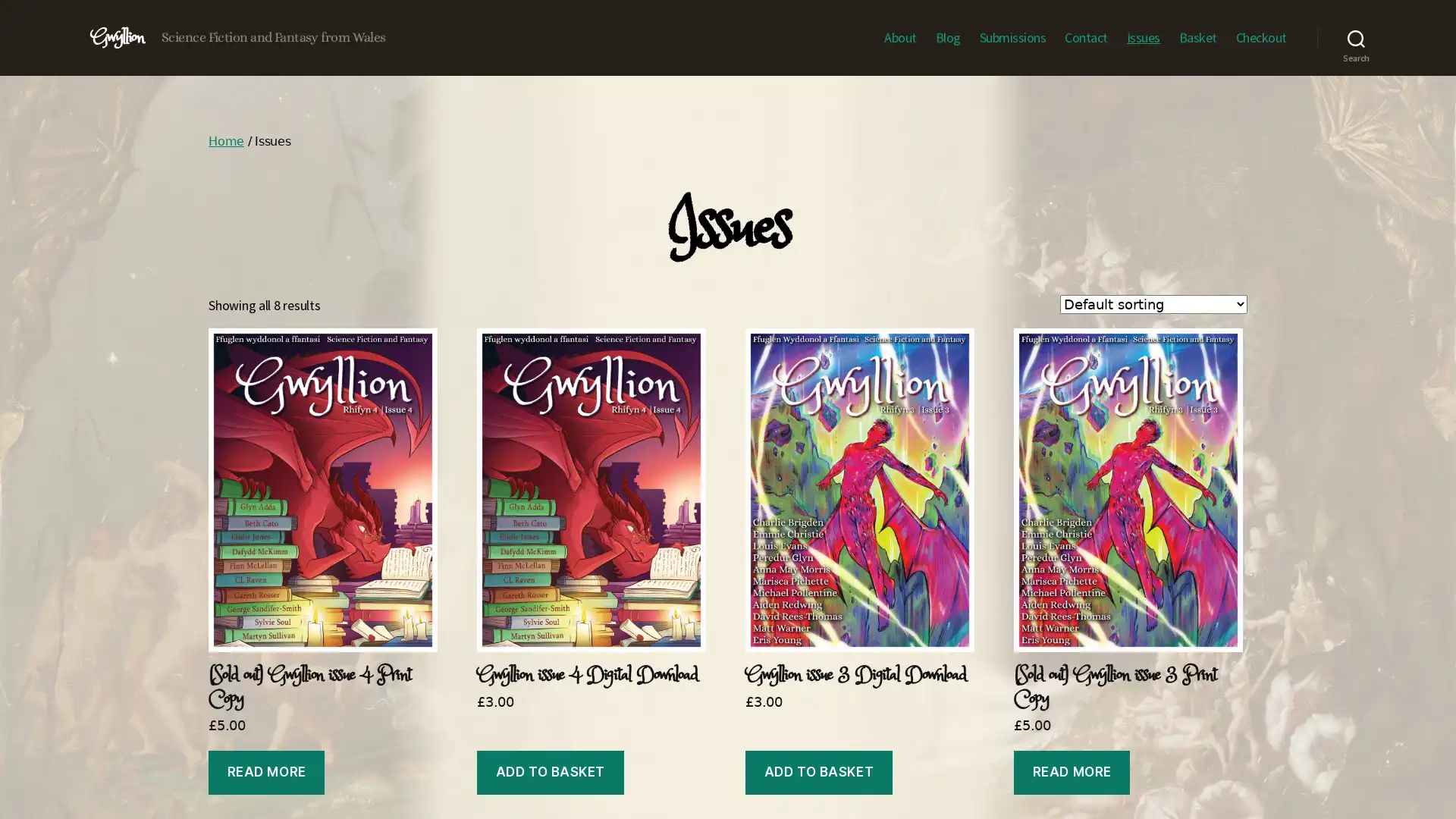  Describe the element at coordinates (1356, 37) in the screenshot. I see `Search` at that location.